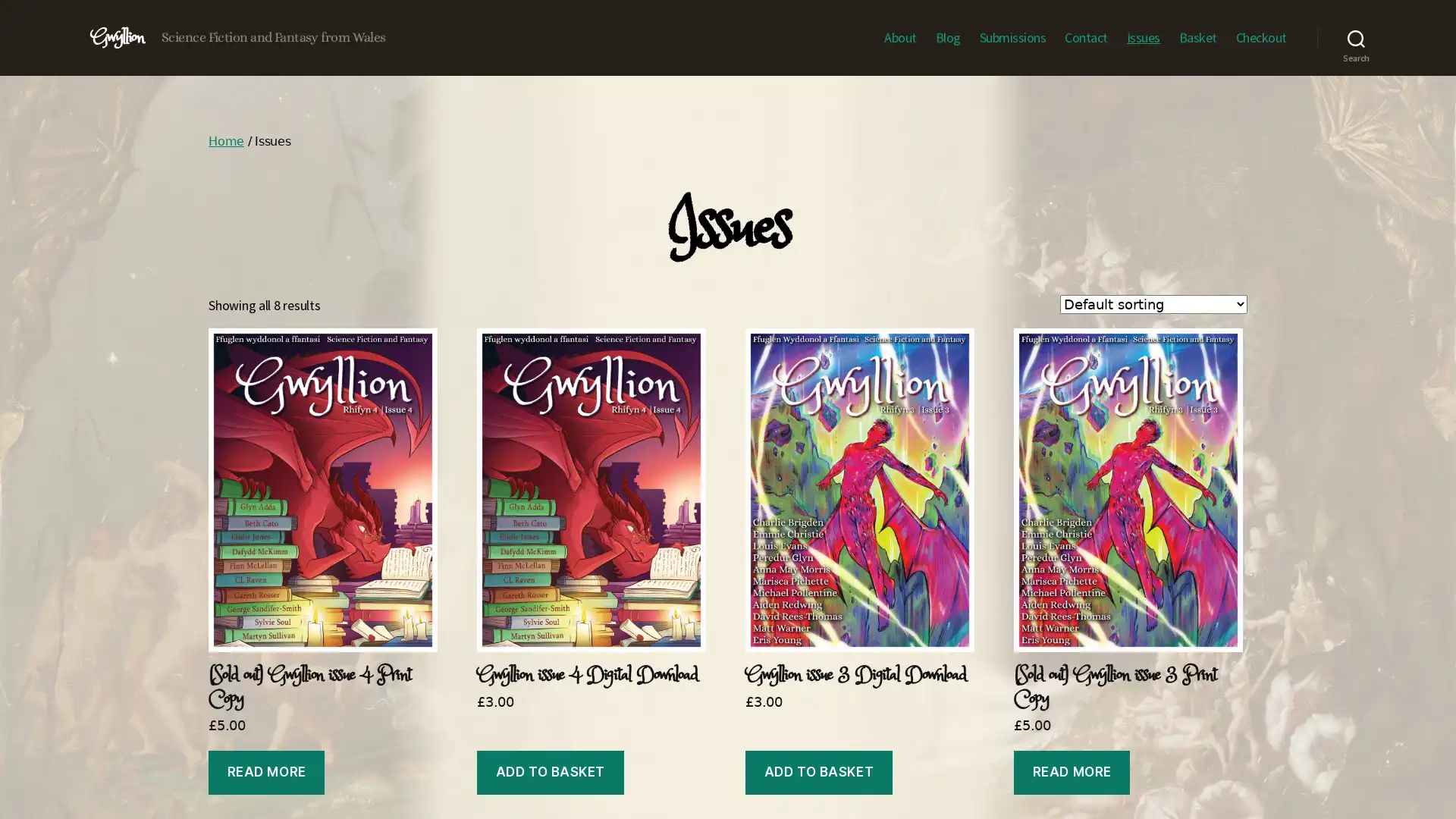  Describe the element at coordinates (1356, 37) in the screenshot. I see `Search` at that location.